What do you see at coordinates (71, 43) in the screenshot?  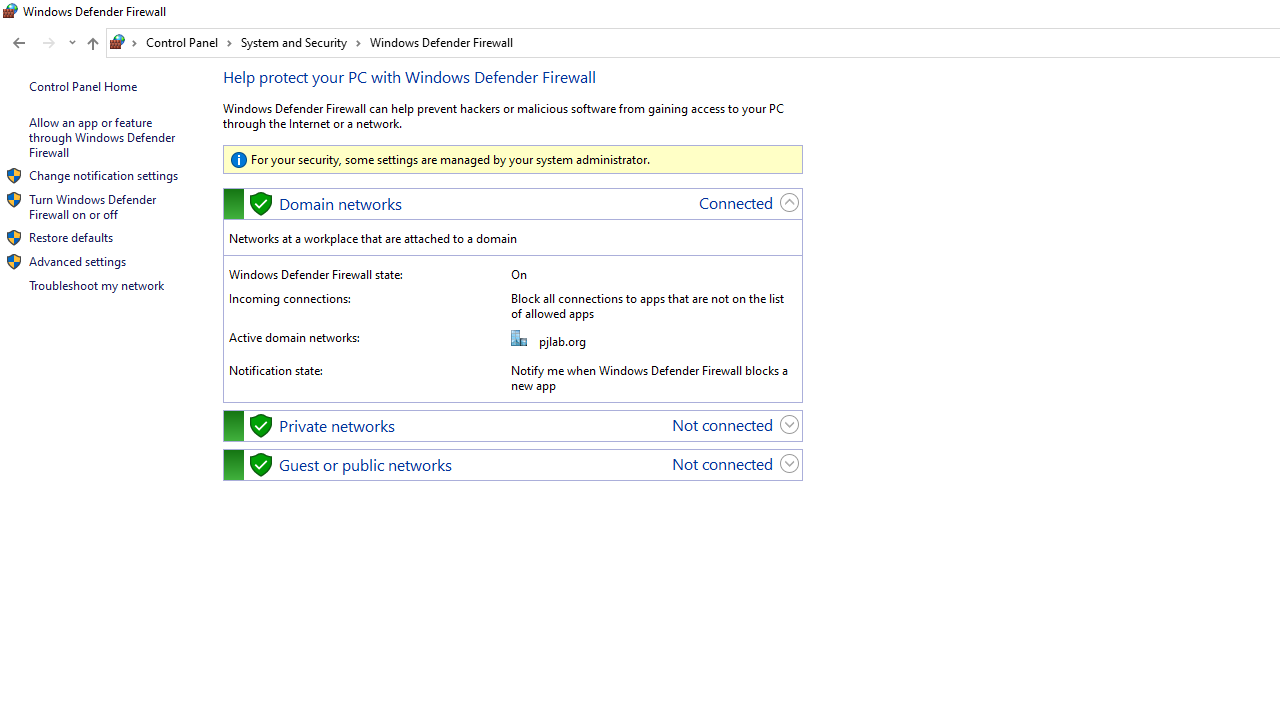 I see `'Recent locations'` at bounding box center [71, 43].